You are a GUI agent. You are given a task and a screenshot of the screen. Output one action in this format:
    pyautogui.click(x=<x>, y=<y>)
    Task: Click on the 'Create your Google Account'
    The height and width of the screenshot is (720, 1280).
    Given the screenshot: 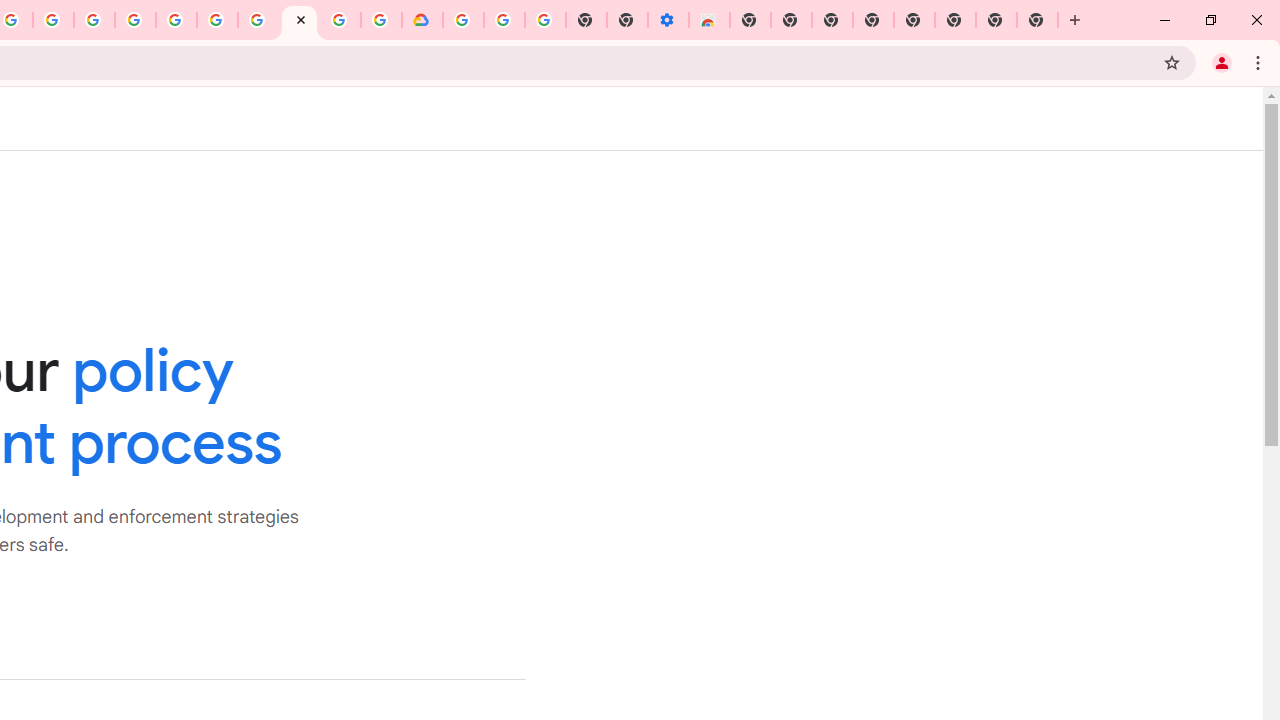 What is the action you would take?
    pyautogui.click(x=53, y=20)
    